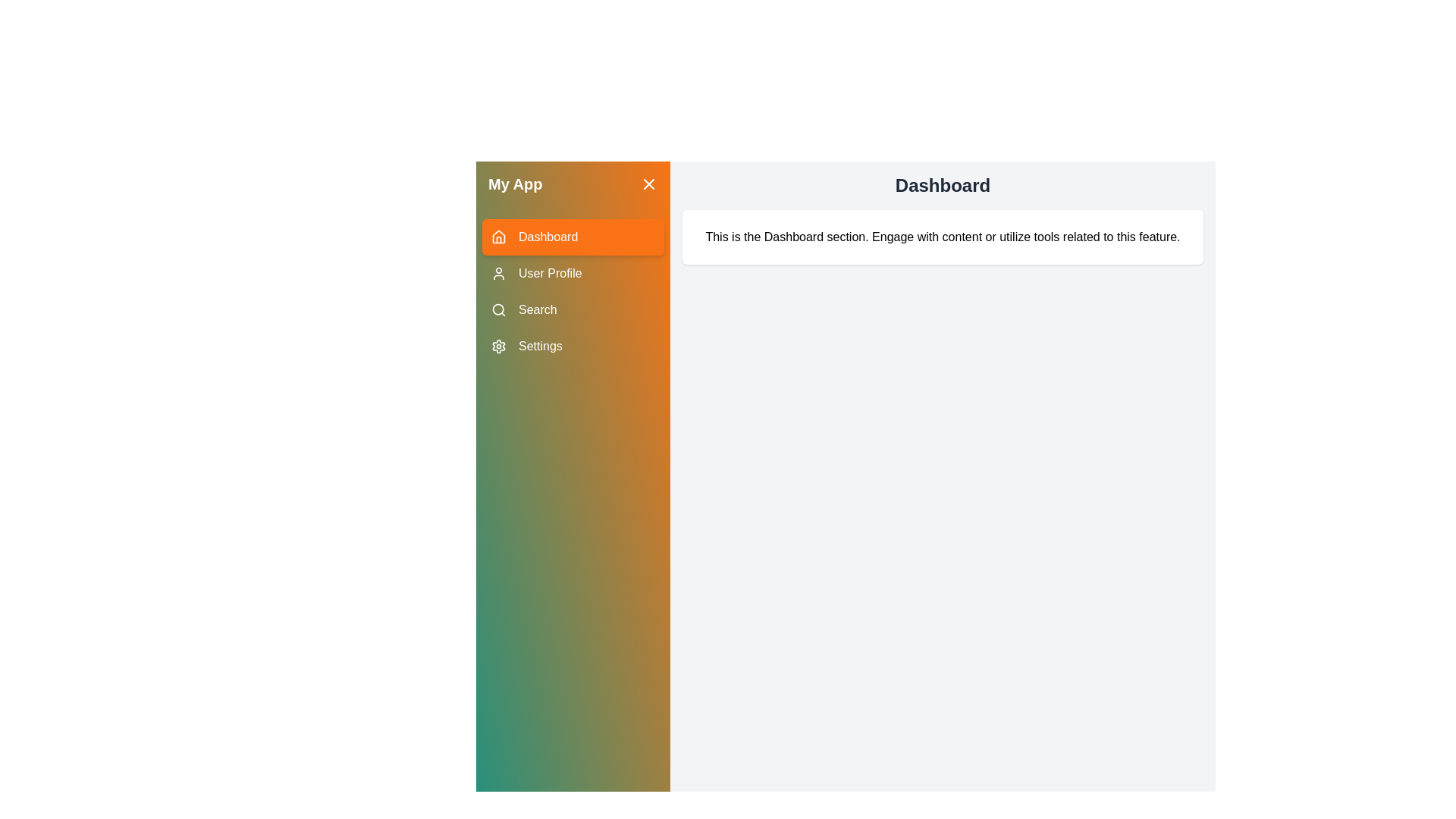 The height and width of the screenshot is (819, 1456). What do you see at coordinates (572, 274) in the screenshot?
I see `the menu item labeled User Profile to change the active section` at bounding box center [572, 274].